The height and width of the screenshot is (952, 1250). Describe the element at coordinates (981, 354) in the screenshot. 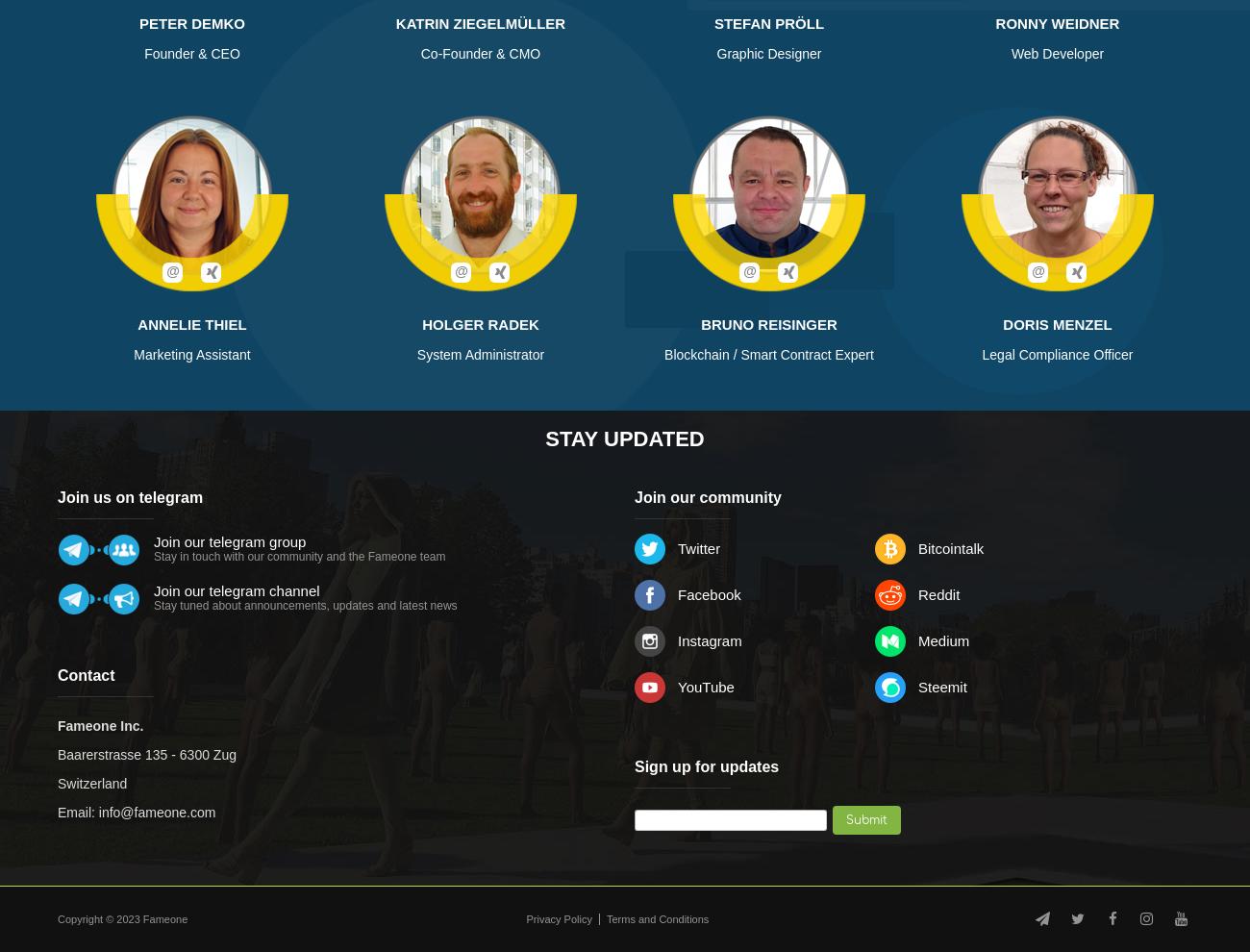

I see `'Legal Compliance Officer'` at that location.